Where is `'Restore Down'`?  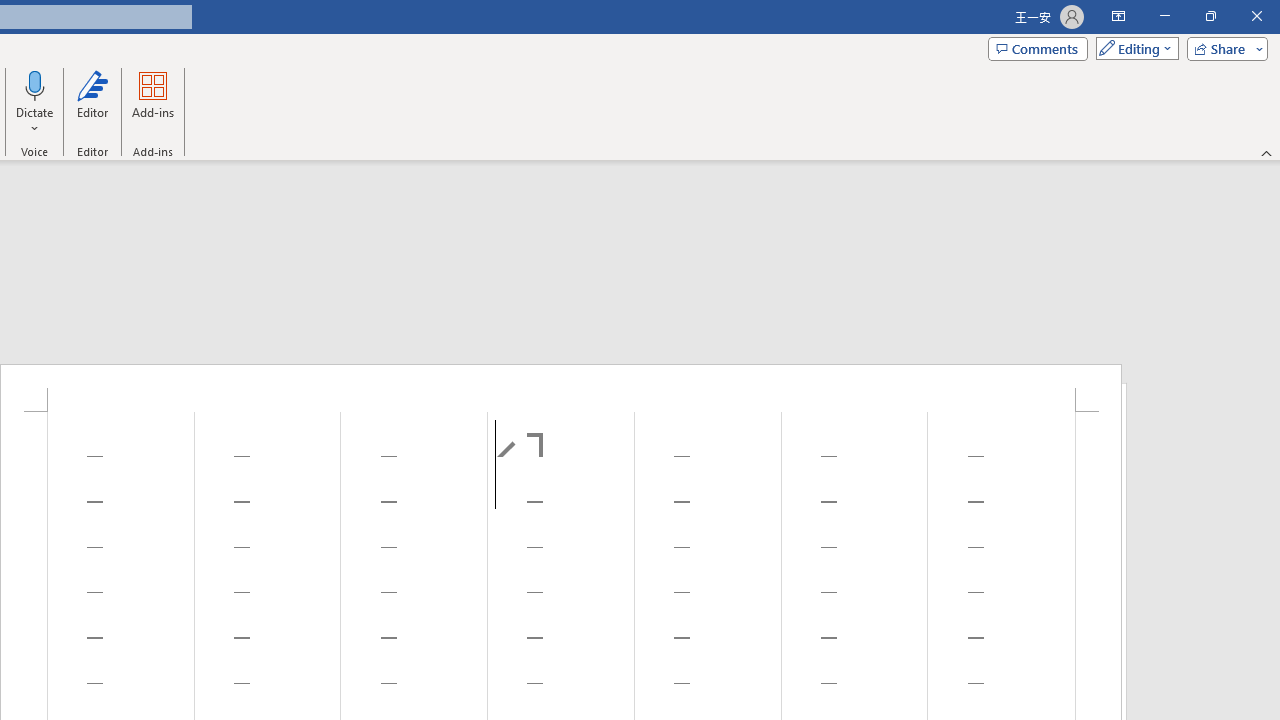
'Restore Down' is located at coordinates (1209, 16).